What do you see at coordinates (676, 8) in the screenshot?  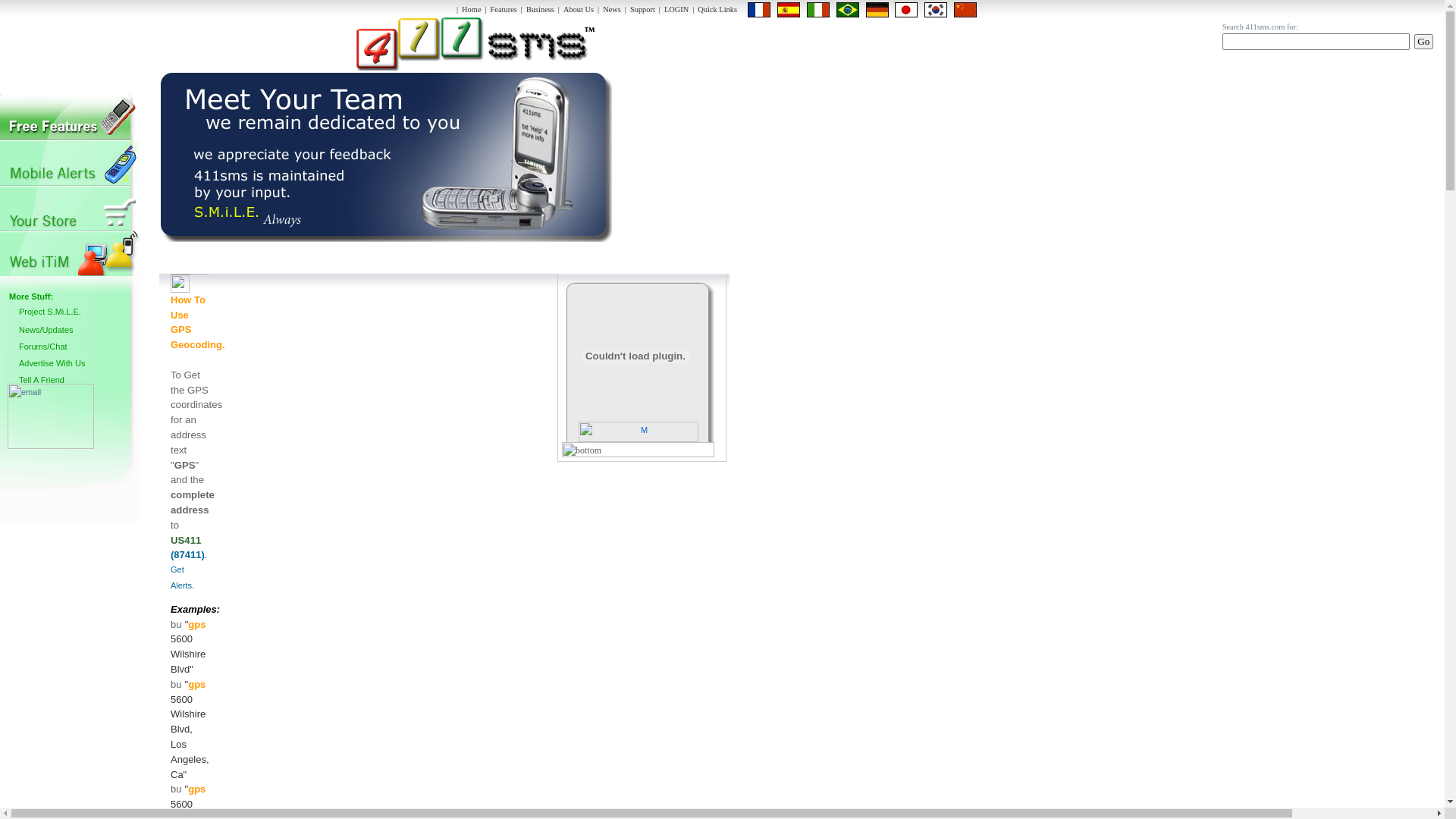 I see `'LOGIN'` at bounding box center [676, 8].